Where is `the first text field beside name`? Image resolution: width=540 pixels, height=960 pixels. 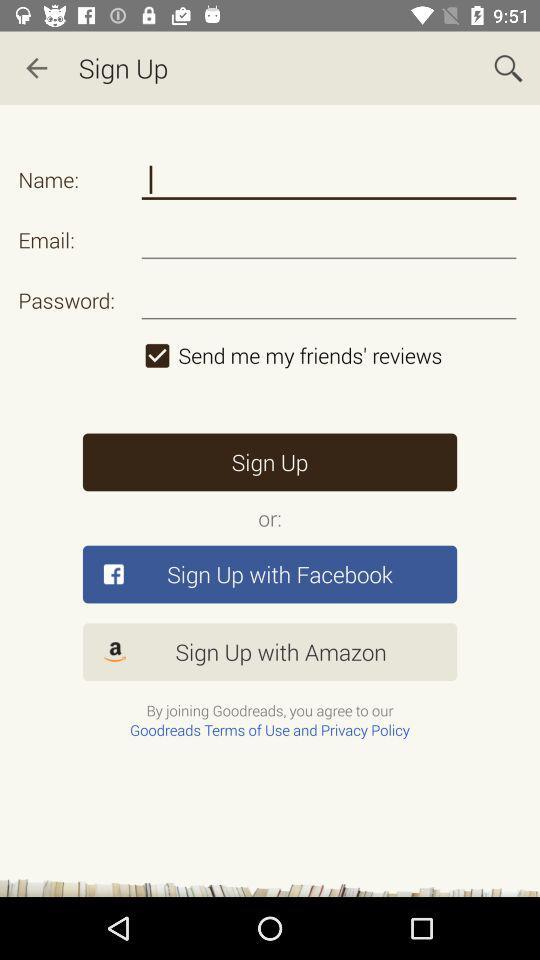
the first text field beside name is located at coordinates (329, 179).